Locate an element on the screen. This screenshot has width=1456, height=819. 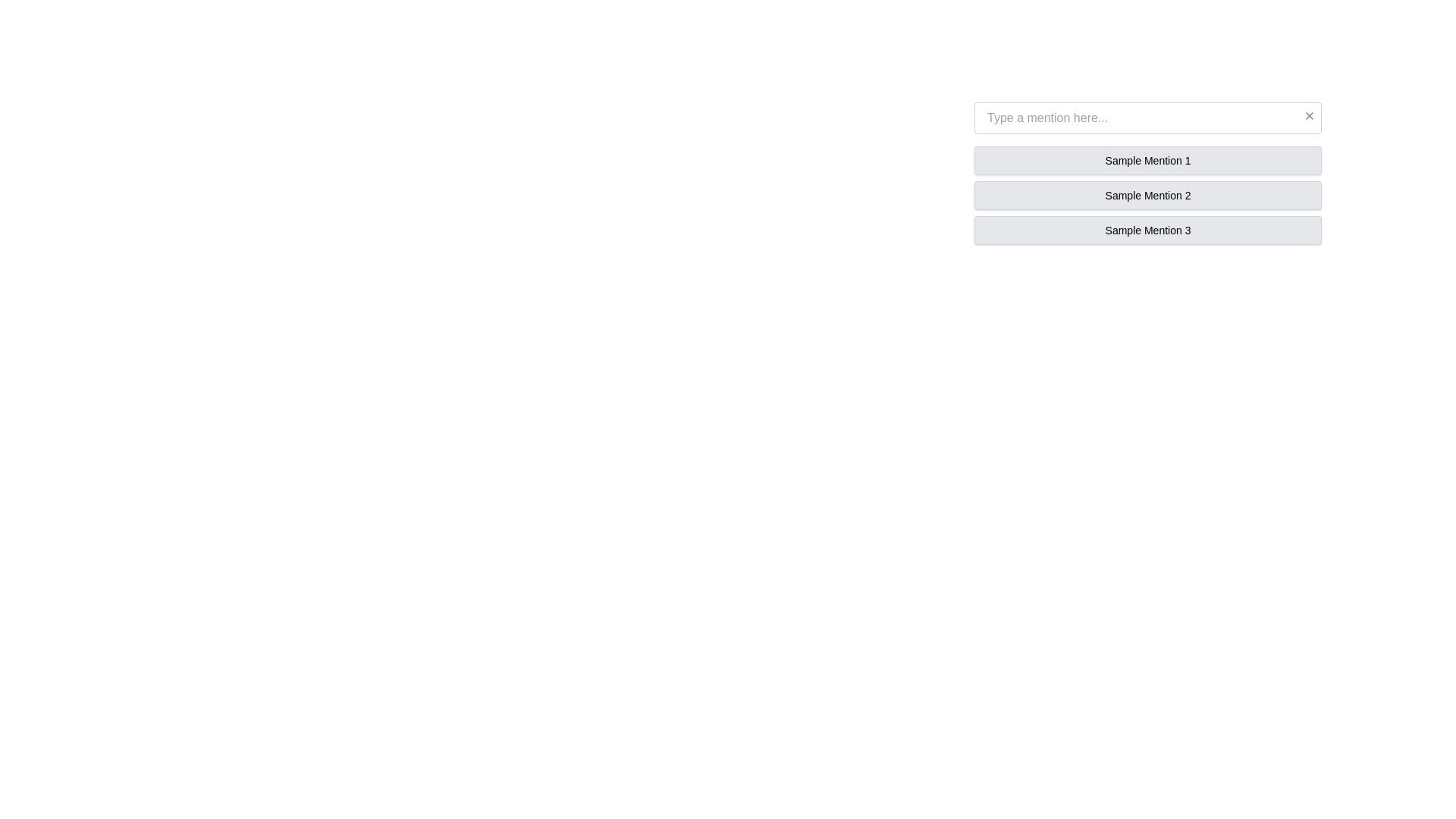
the second item in the list of text items, which has a gray background and rounded corners is located at coordinates (1147, 195).